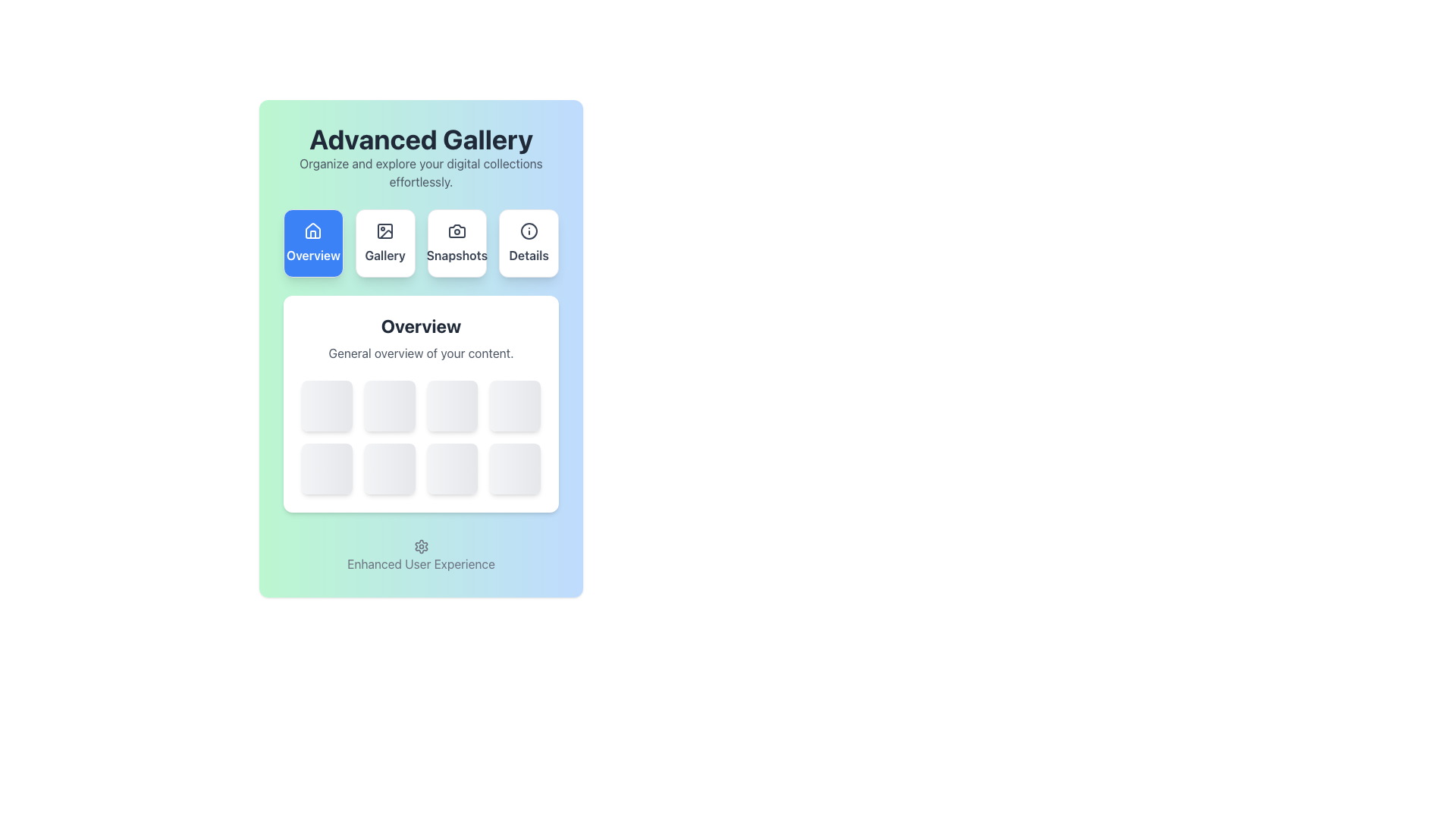 The image size is (1456, 819). I want to click on the square placeholders within the Overview panel, which has a white background and is centered below the navigation section, so click(421, 403).